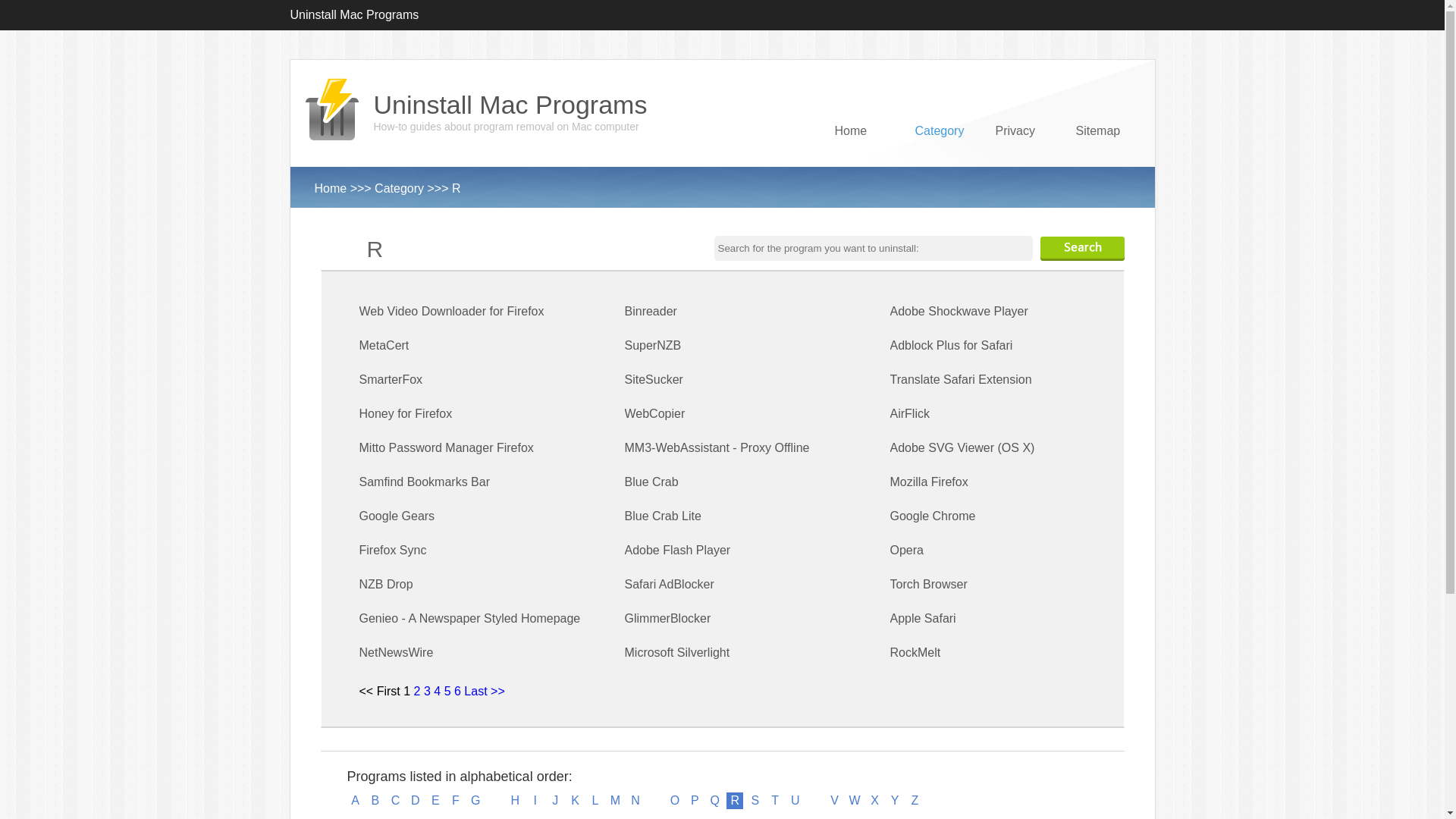 This screenshot has width=1456, height=819. What do you see at coordinates (669, 583) in the screenshot?
I see `'Safari AdBlocker'` at bounding box center [669, 583].